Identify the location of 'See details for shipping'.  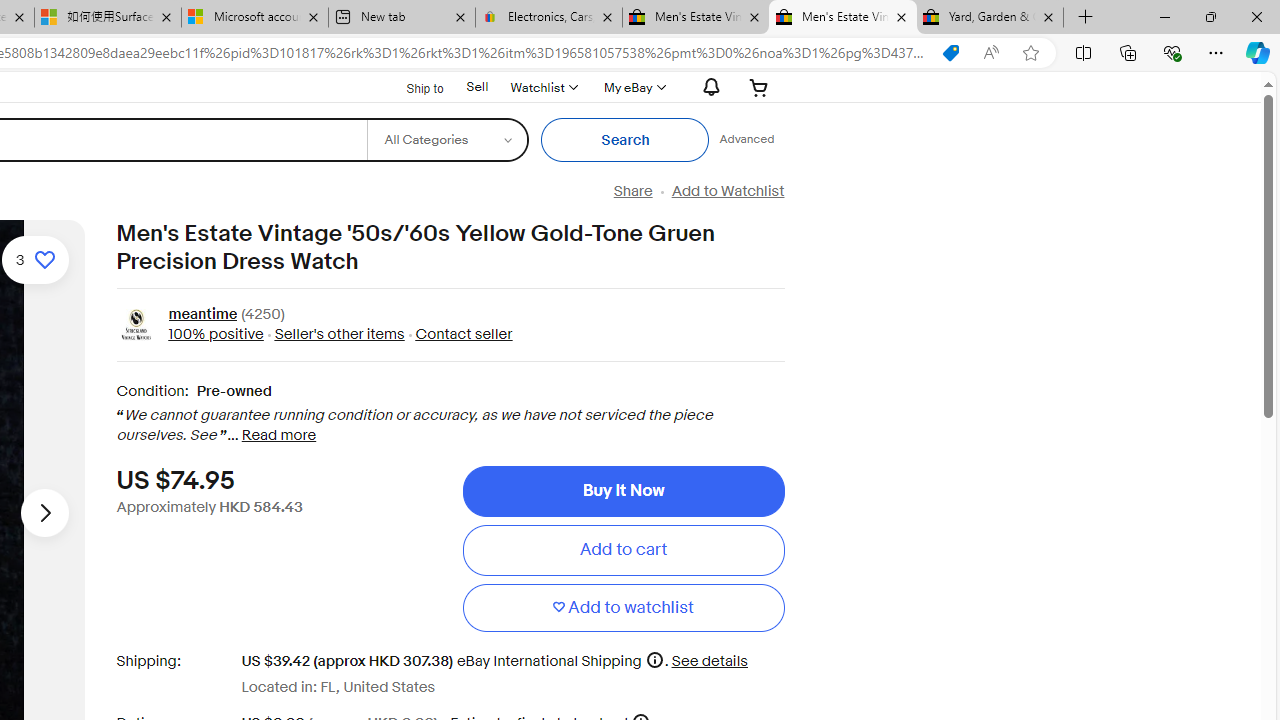
(709, 660).